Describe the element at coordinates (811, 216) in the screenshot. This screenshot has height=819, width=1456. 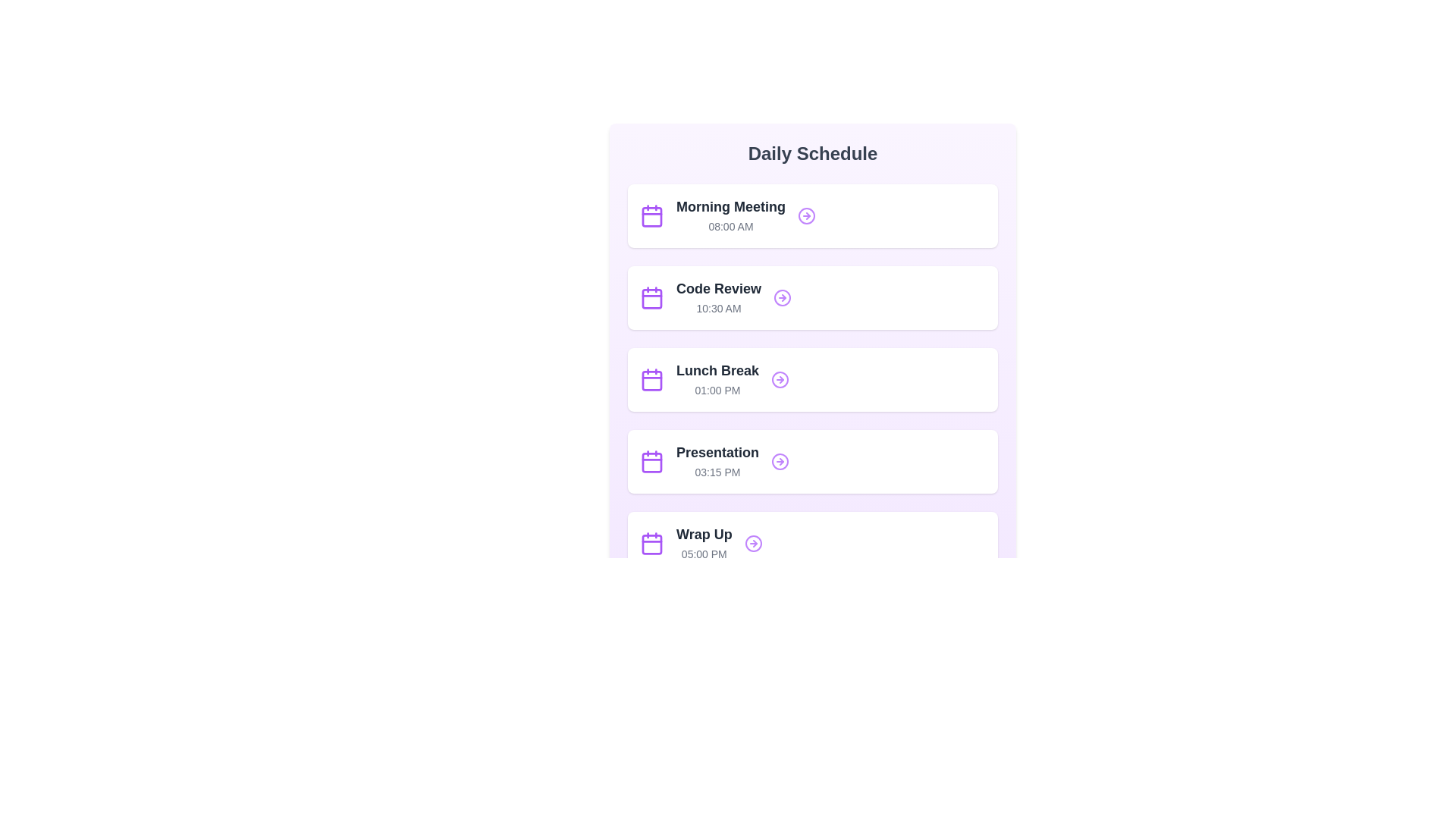
I see `the arrow icon of the 'Morning Meeting' list item located in the 'Daily Schedule' section` at that location.